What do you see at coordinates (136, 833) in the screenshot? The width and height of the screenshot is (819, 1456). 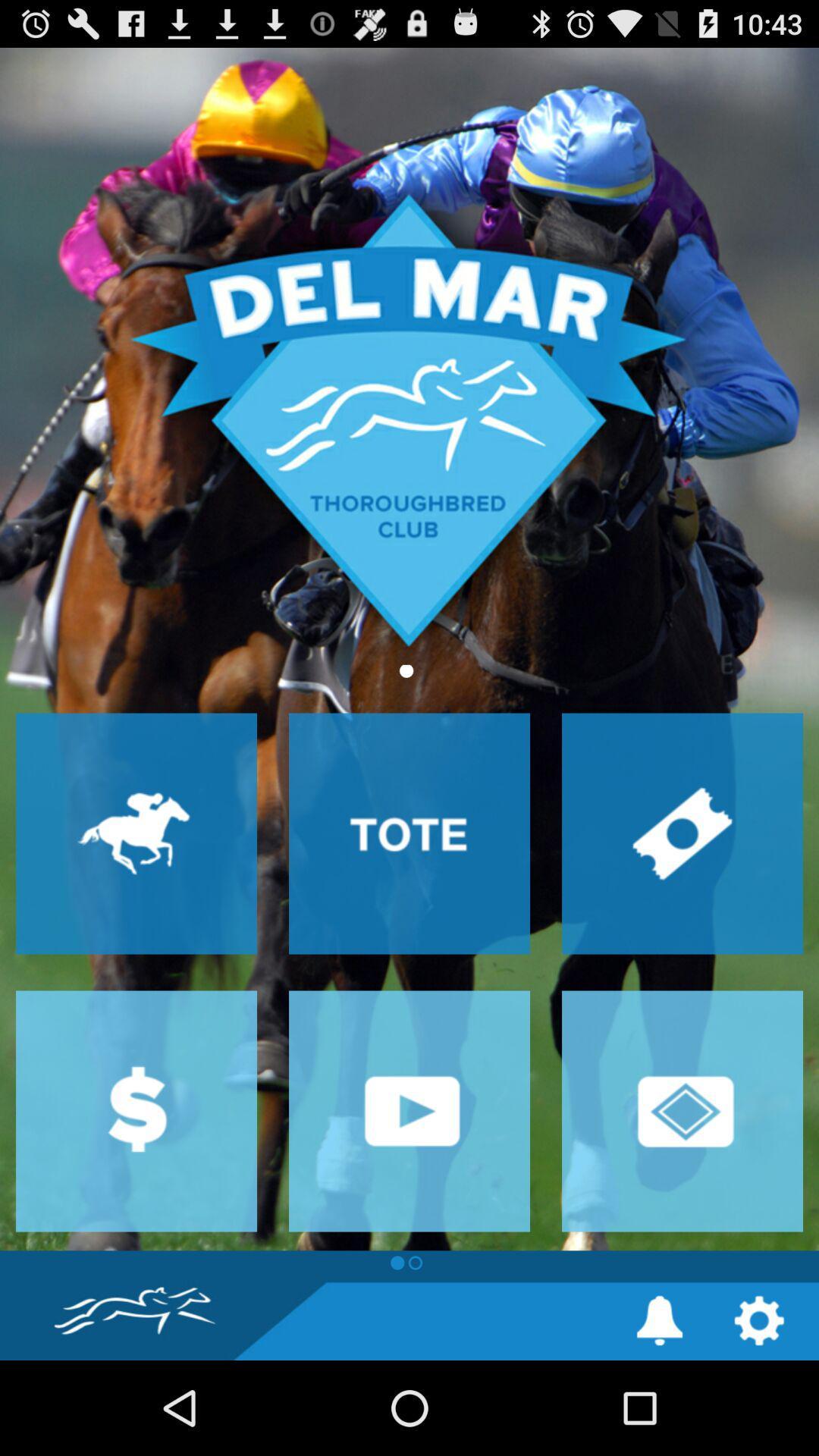 I see `opens racing menu` at bounding box center [136, 833].